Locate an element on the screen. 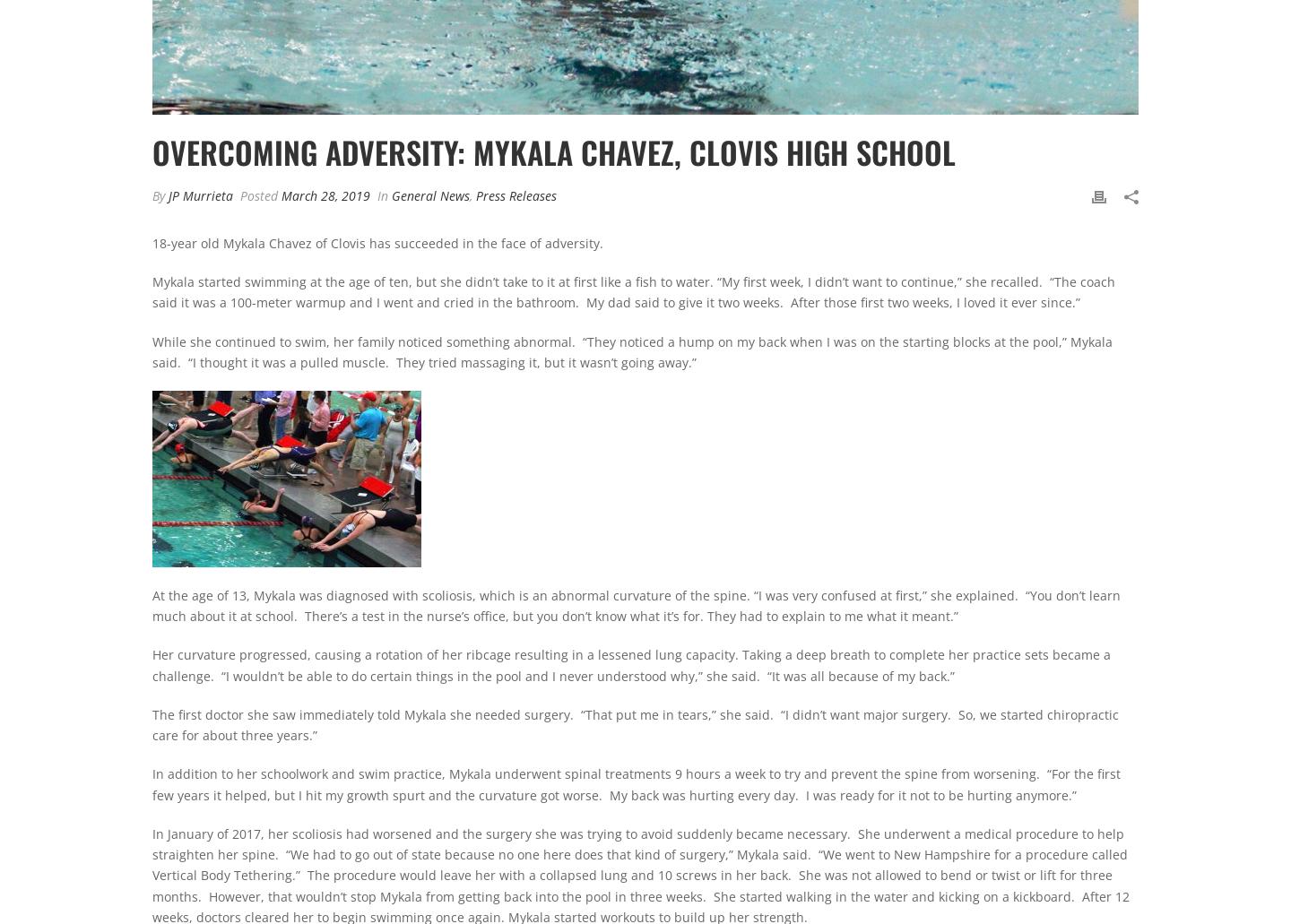 This screenshot has height=924, width=1291. 'While she continued to swim, her family noticed something abnormal.  “They noticed a hump on my back when I was on the starting blocks at the pool,” Mykala said.  “I thought it was a pulled muscle.  They tried massaging it, but it wasn’t going away.”' is located at coordinates (632, 350).